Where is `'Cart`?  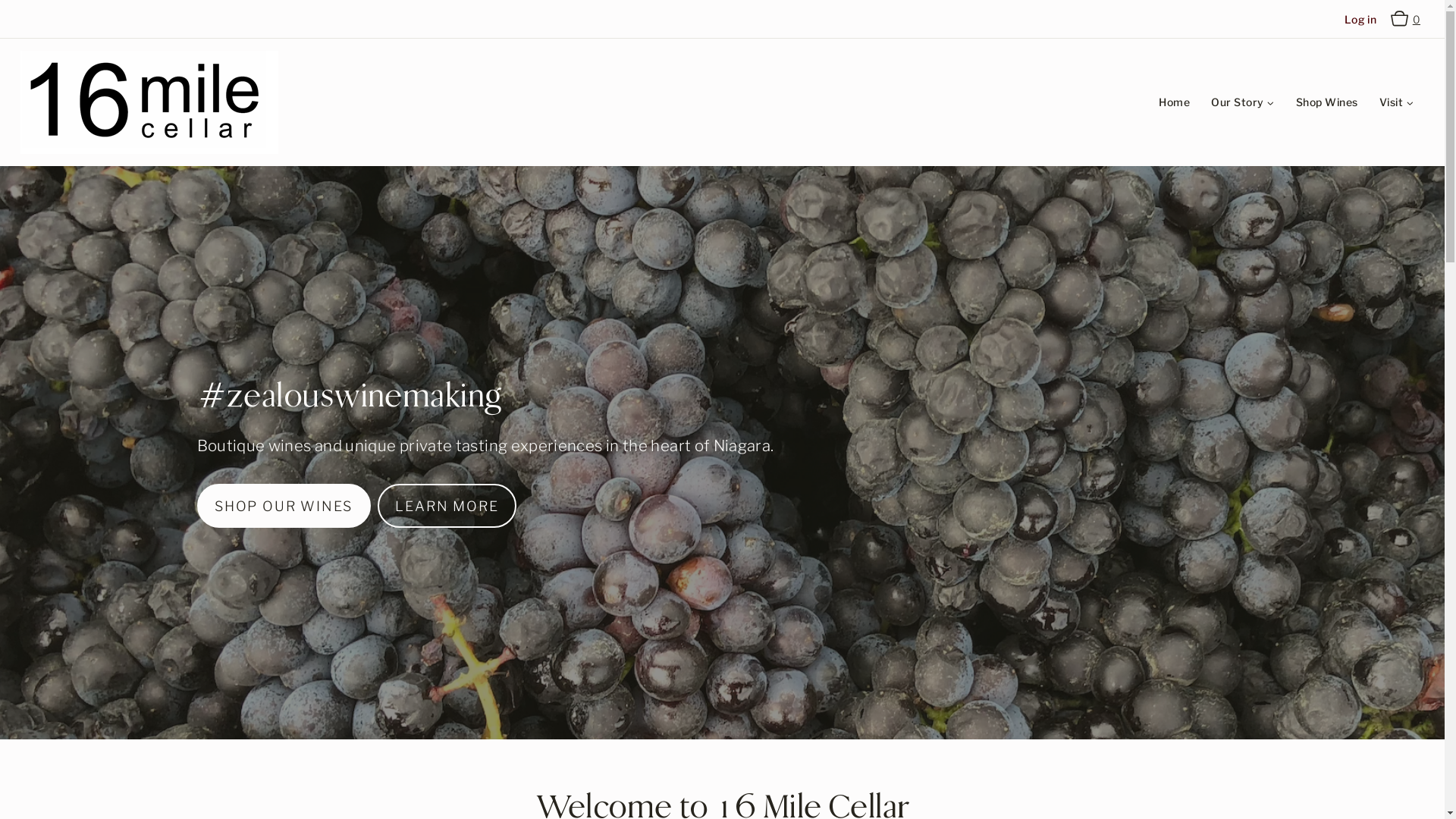 'Cart is located at coordinates (1406, 18).